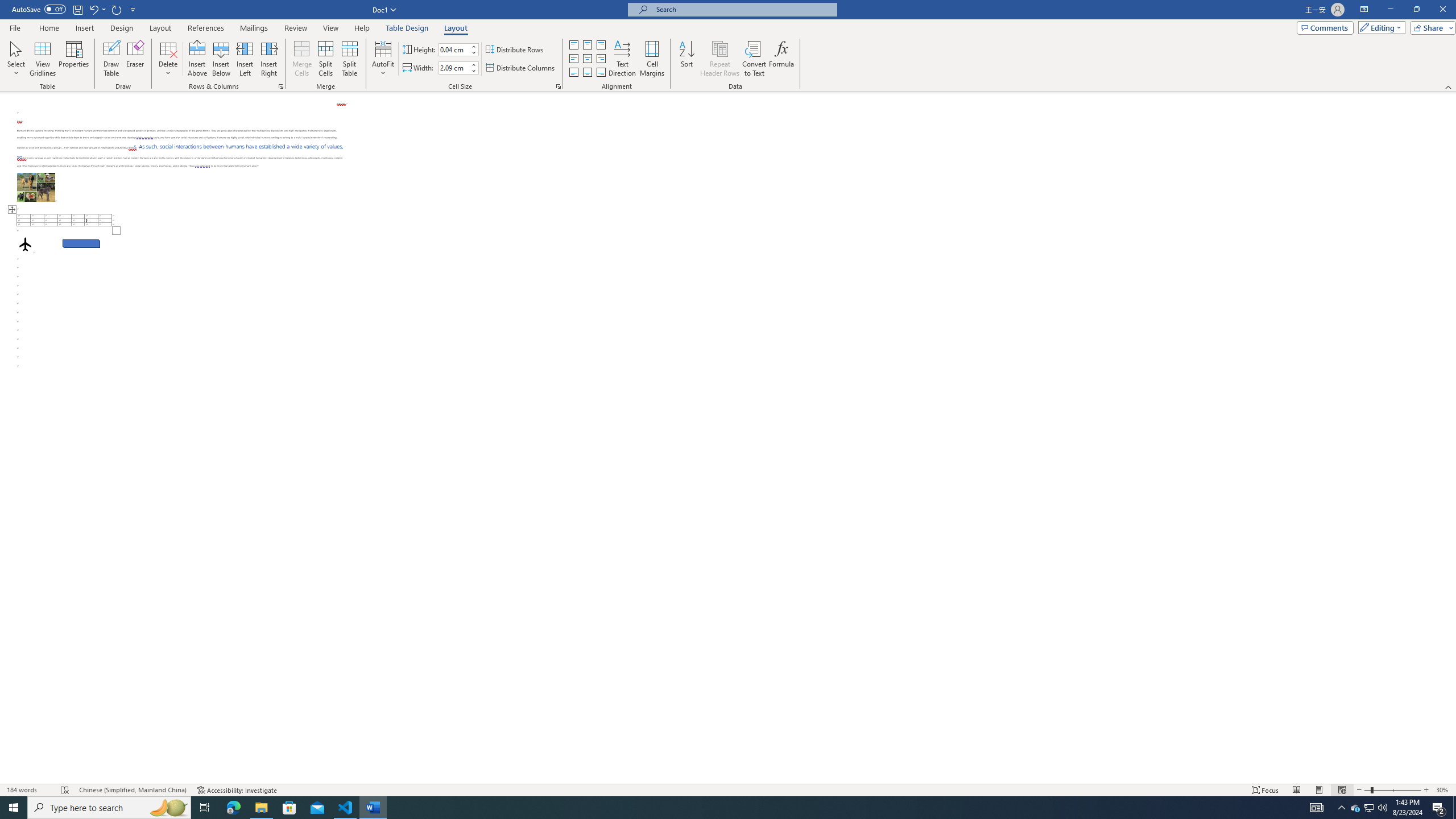  Describe the element at coordinates (206, 28) in the screenshot. I see `'References'` at that location.